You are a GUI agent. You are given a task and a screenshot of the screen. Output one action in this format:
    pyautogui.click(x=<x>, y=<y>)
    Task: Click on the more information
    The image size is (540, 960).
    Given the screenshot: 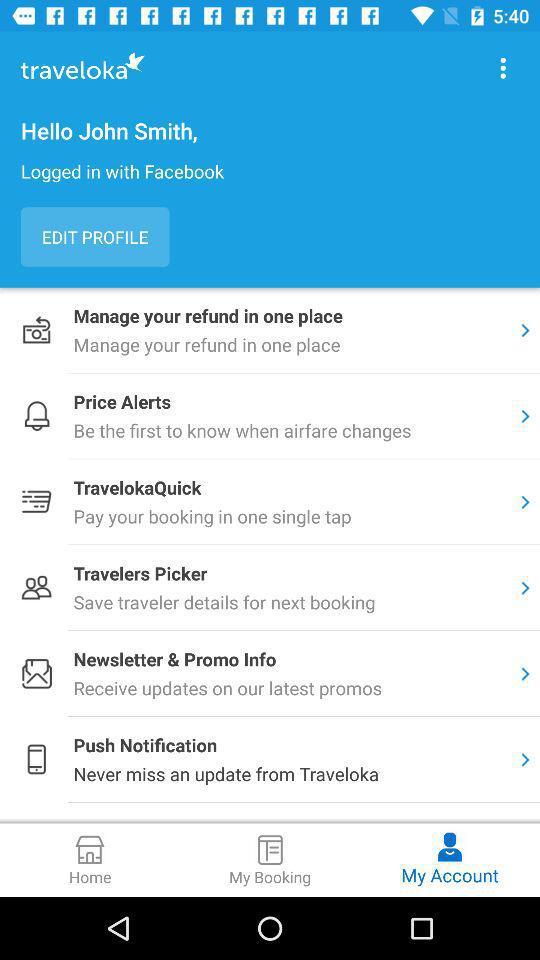 What is the action you would take?
    pyautogui.click(x=502, y=68)
    